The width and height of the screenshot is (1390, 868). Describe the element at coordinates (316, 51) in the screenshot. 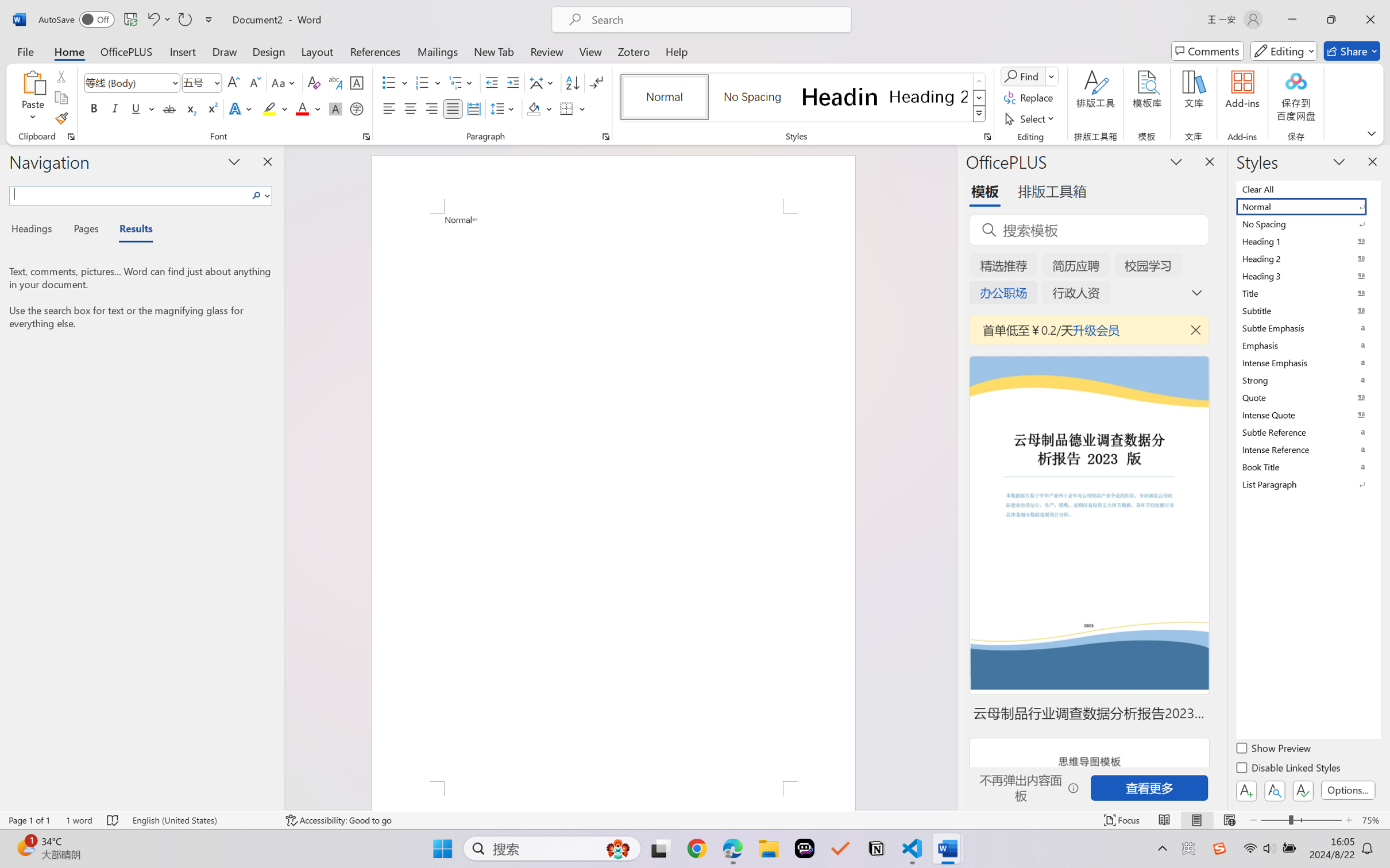

I see `'Layout'` at that location.